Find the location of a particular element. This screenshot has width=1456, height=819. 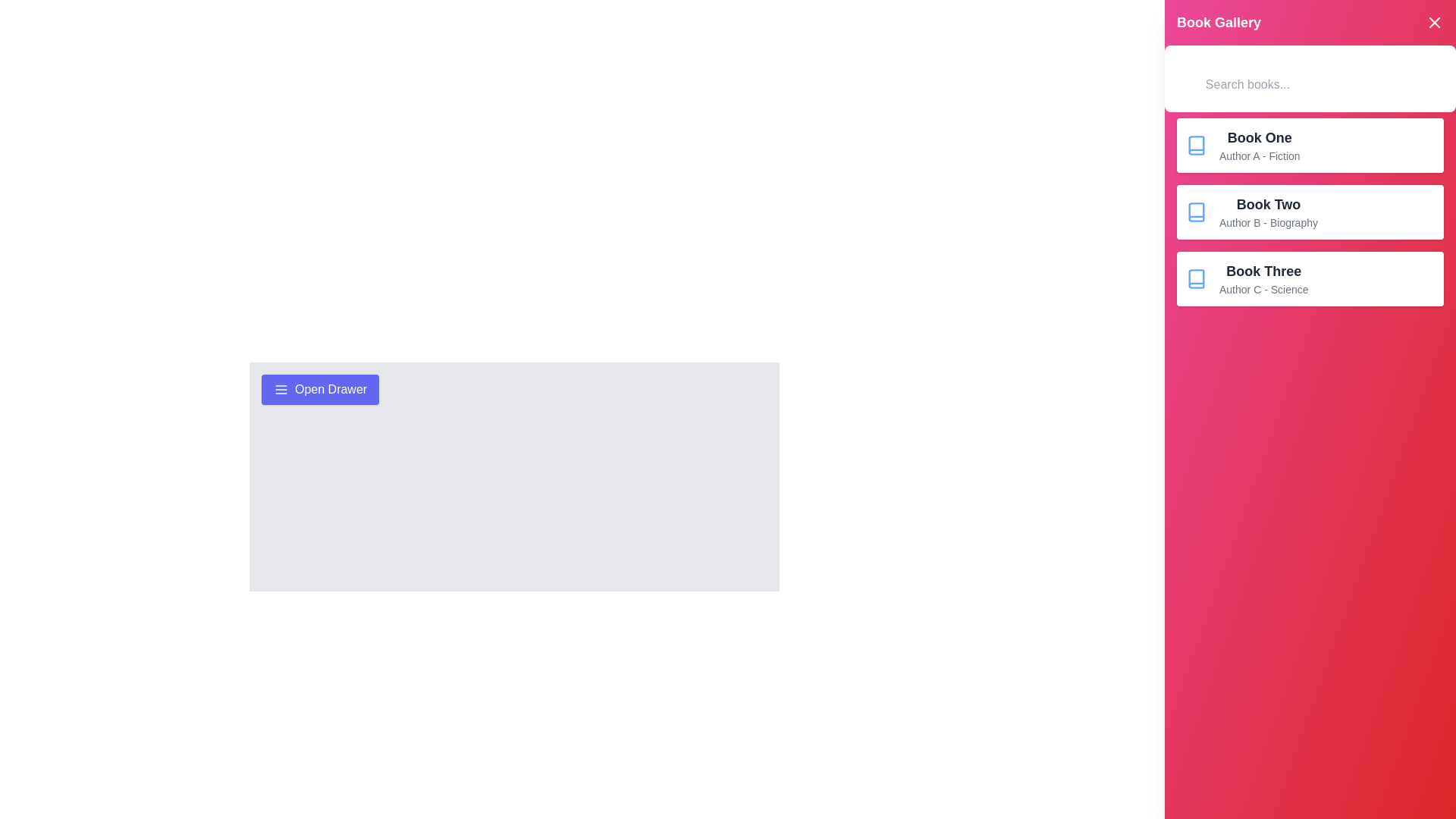

the search bar and type the book title is located at coordinates (1320, 84).